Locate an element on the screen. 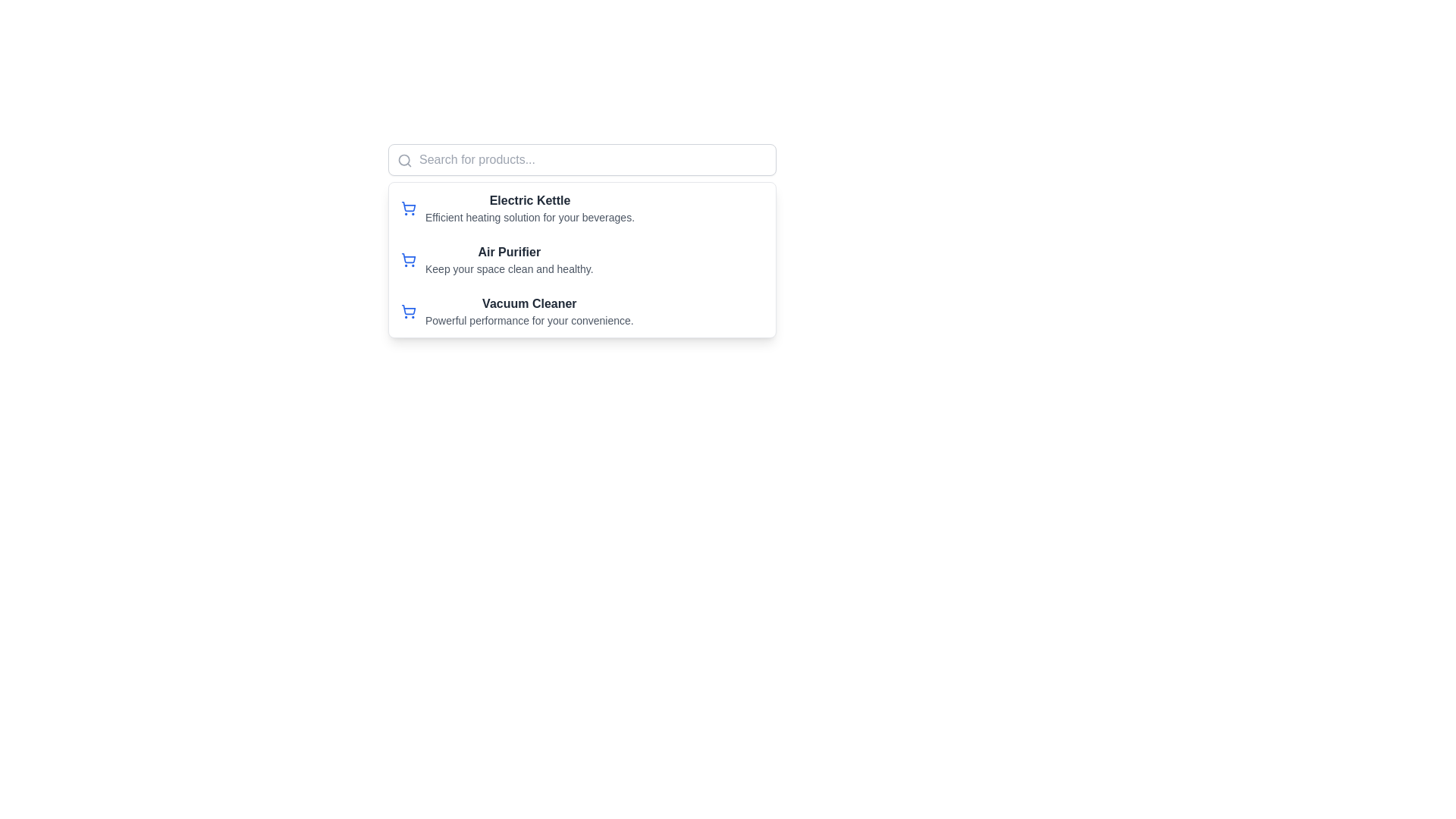 This screenshot has width=1456, height=819. the ListItem element displaying a shopping cart icon with bold text 'Air Purifier' is located at coordinates (582, 259).